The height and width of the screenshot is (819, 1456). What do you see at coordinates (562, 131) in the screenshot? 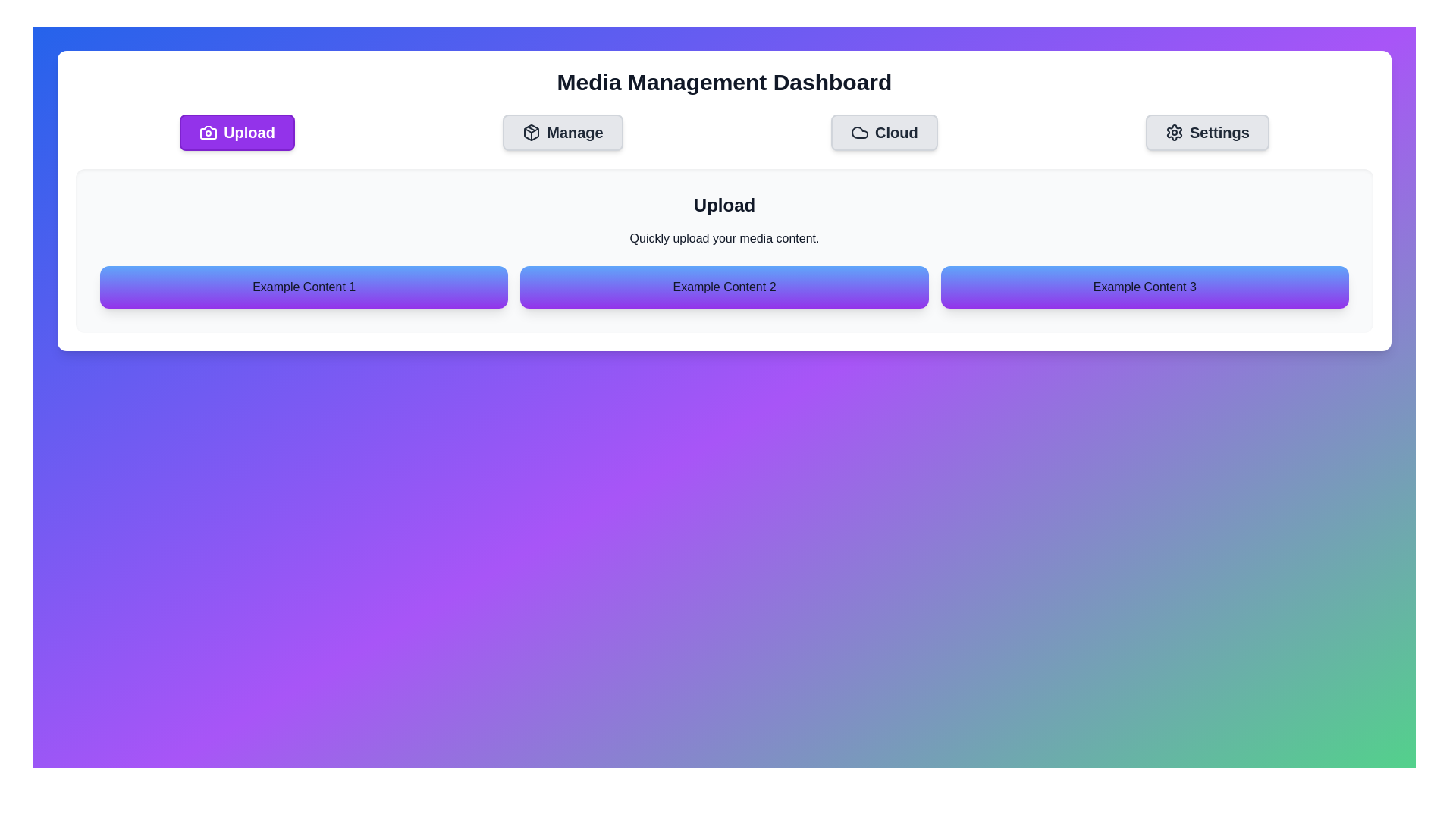
I see `the Manage tab by clicking its corresponding button` at bounding box center [562, 131].